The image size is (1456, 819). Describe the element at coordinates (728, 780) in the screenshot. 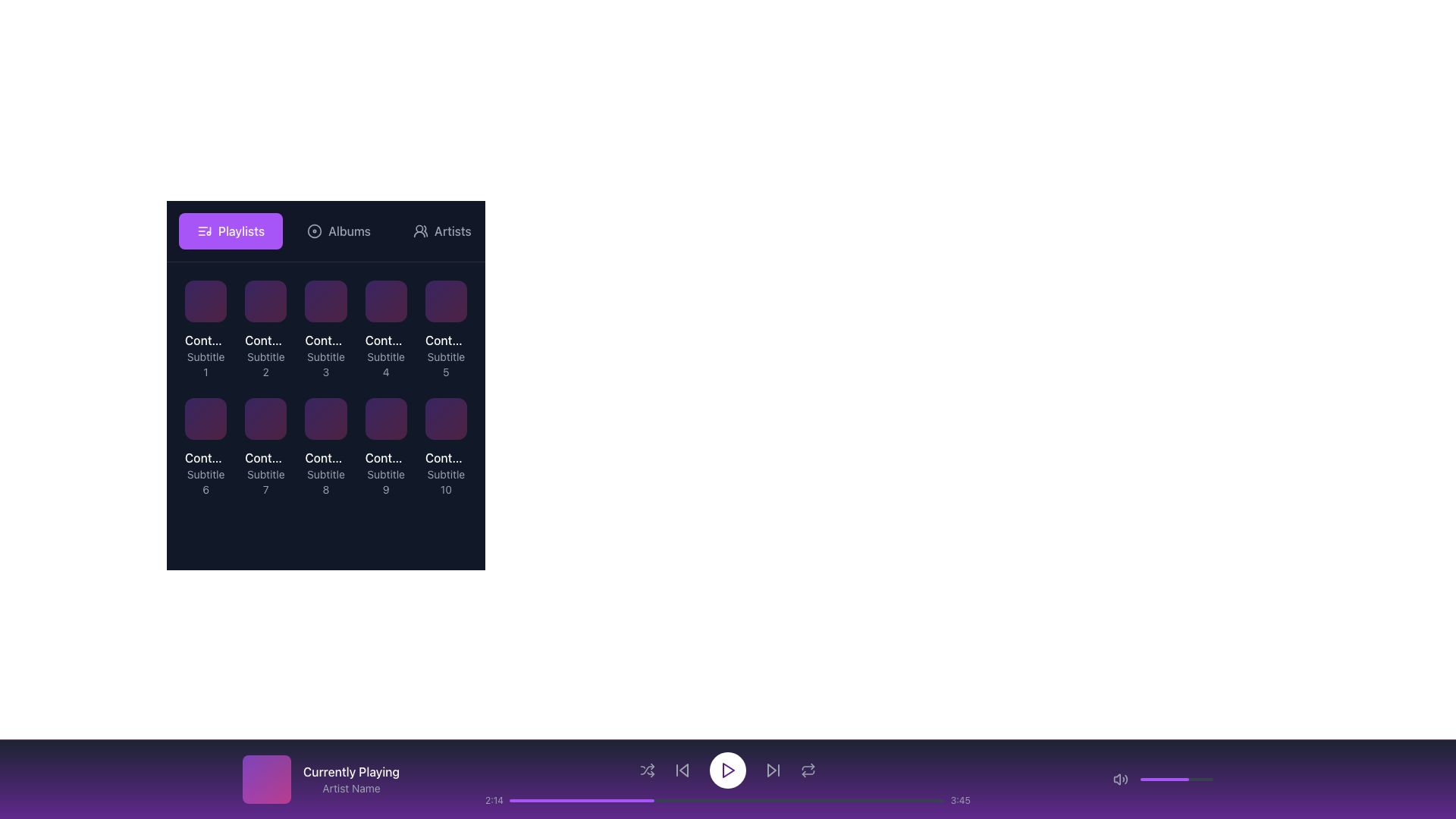

I see `the play button located centrally` at that location.